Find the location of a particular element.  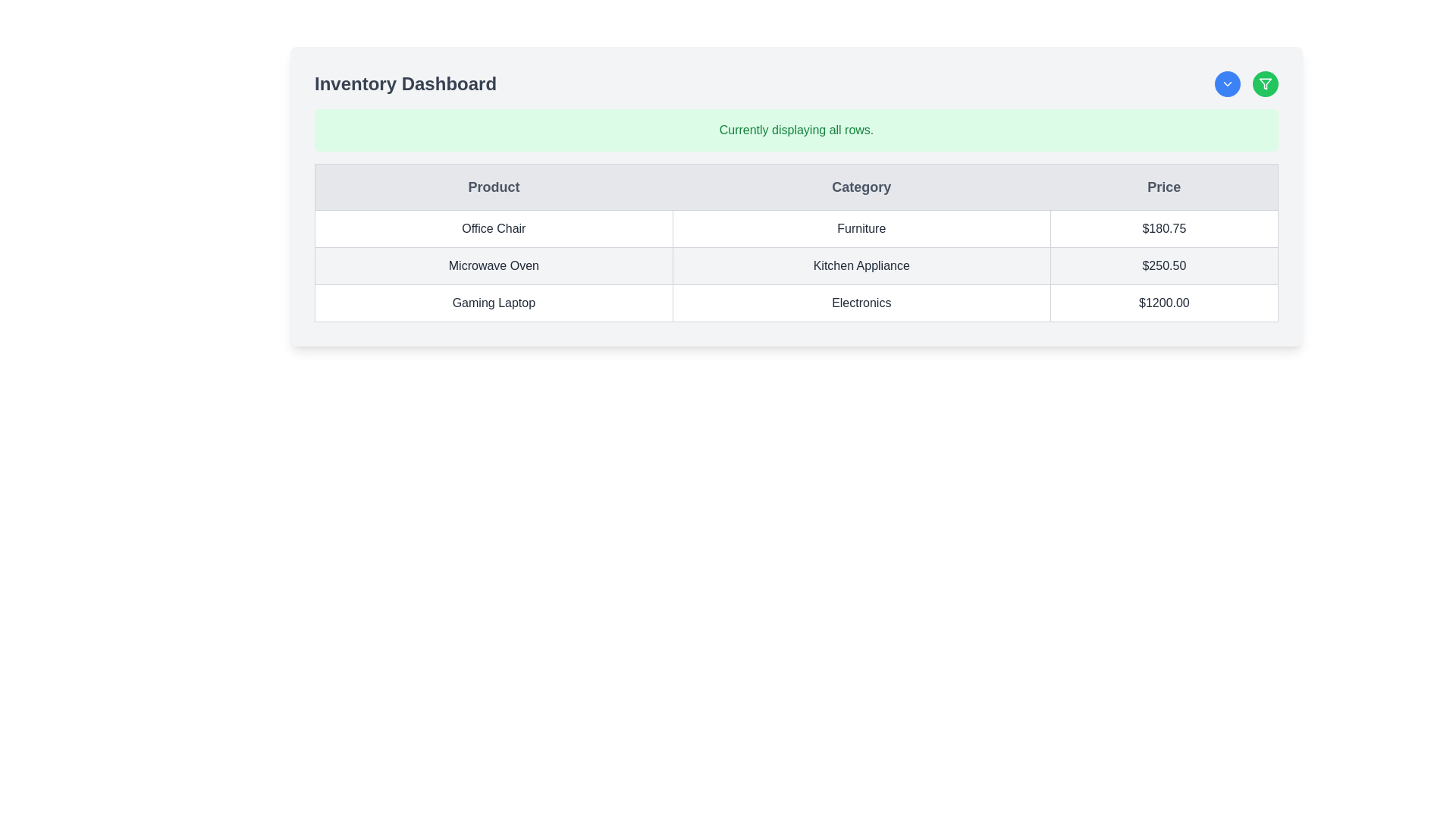

the icon located within the circular blue button in the top-right corner of the interface that serves dropdown or navigation purposes is located at coordinates (1227, 84).